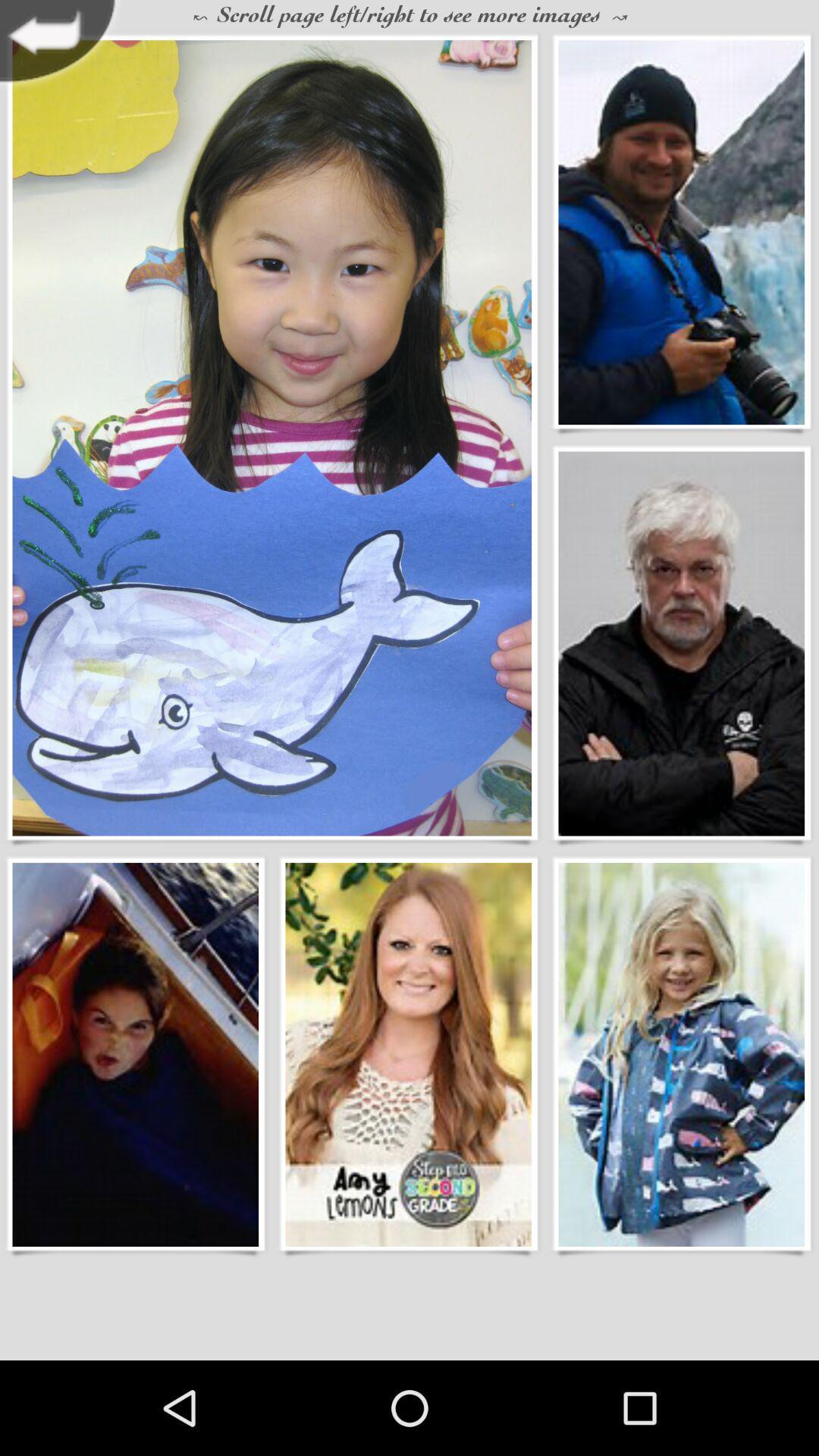  I want to click on young girl holding whale creation, so click(271, 437).